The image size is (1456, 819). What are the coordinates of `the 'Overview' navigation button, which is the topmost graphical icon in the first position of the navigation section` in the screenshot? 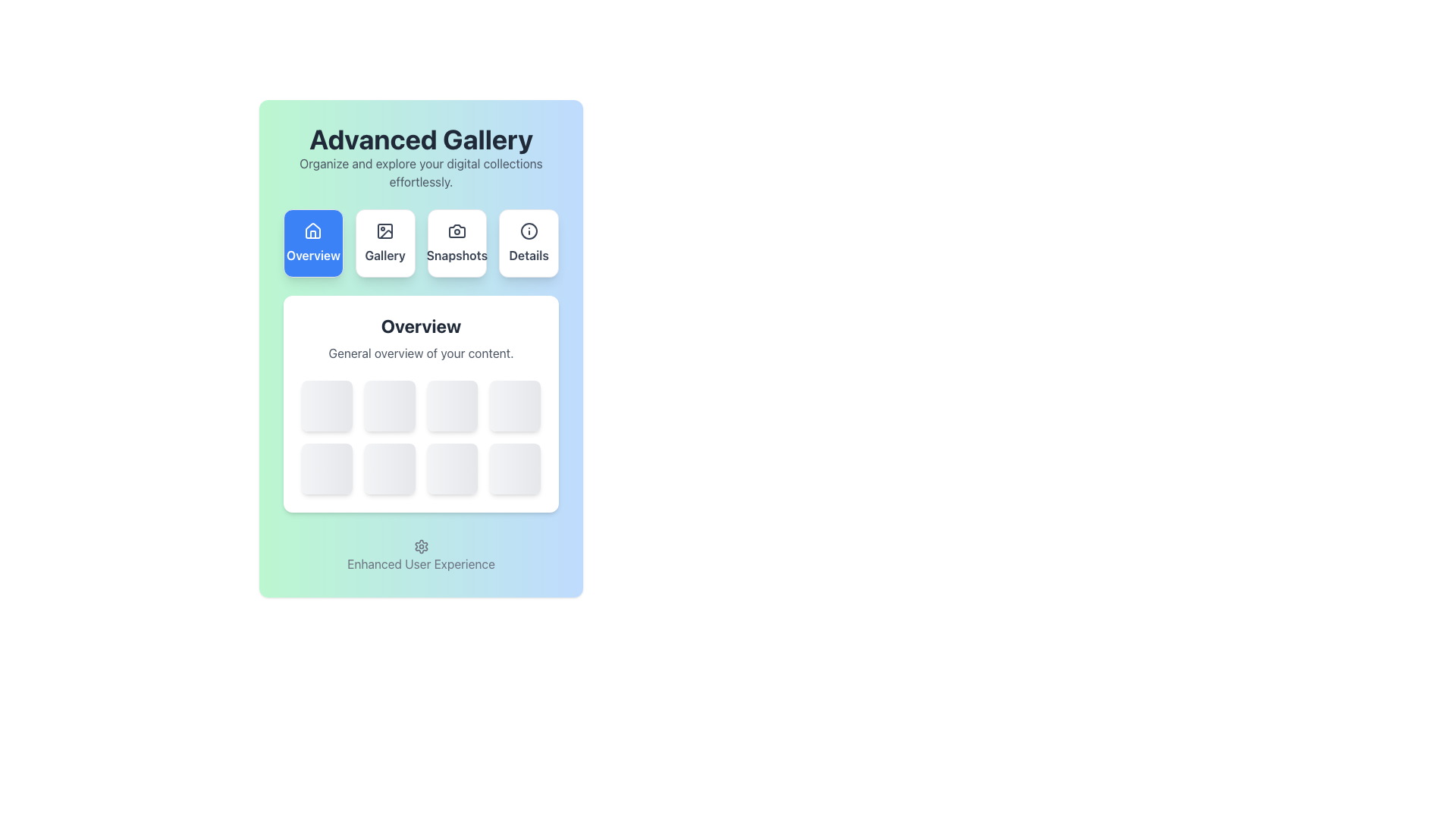 It's located at (312, 231).